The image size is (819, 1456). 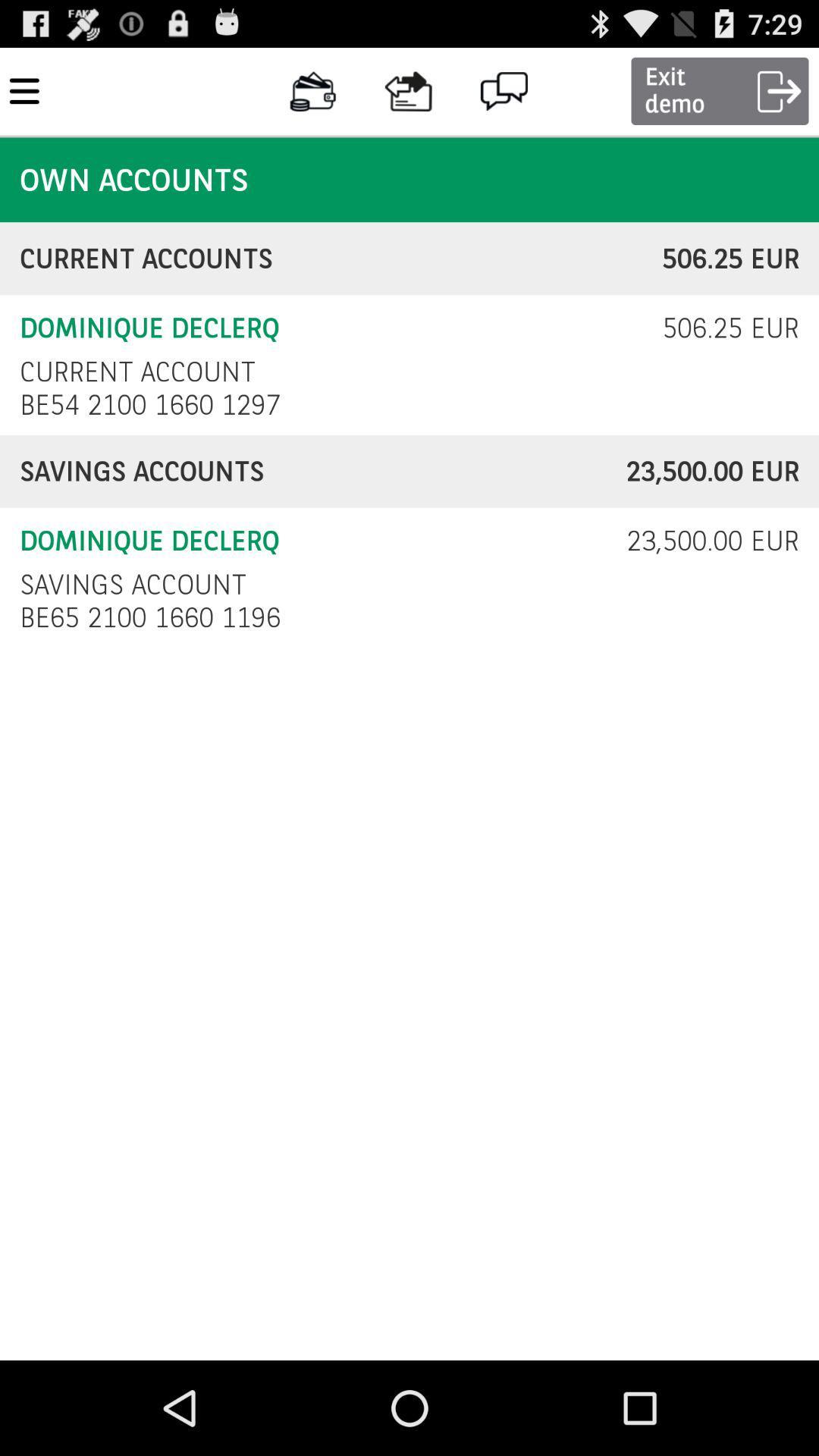 I want to click on the icon above be54 2100 1660 checkbox, so click(x=137, y=372).